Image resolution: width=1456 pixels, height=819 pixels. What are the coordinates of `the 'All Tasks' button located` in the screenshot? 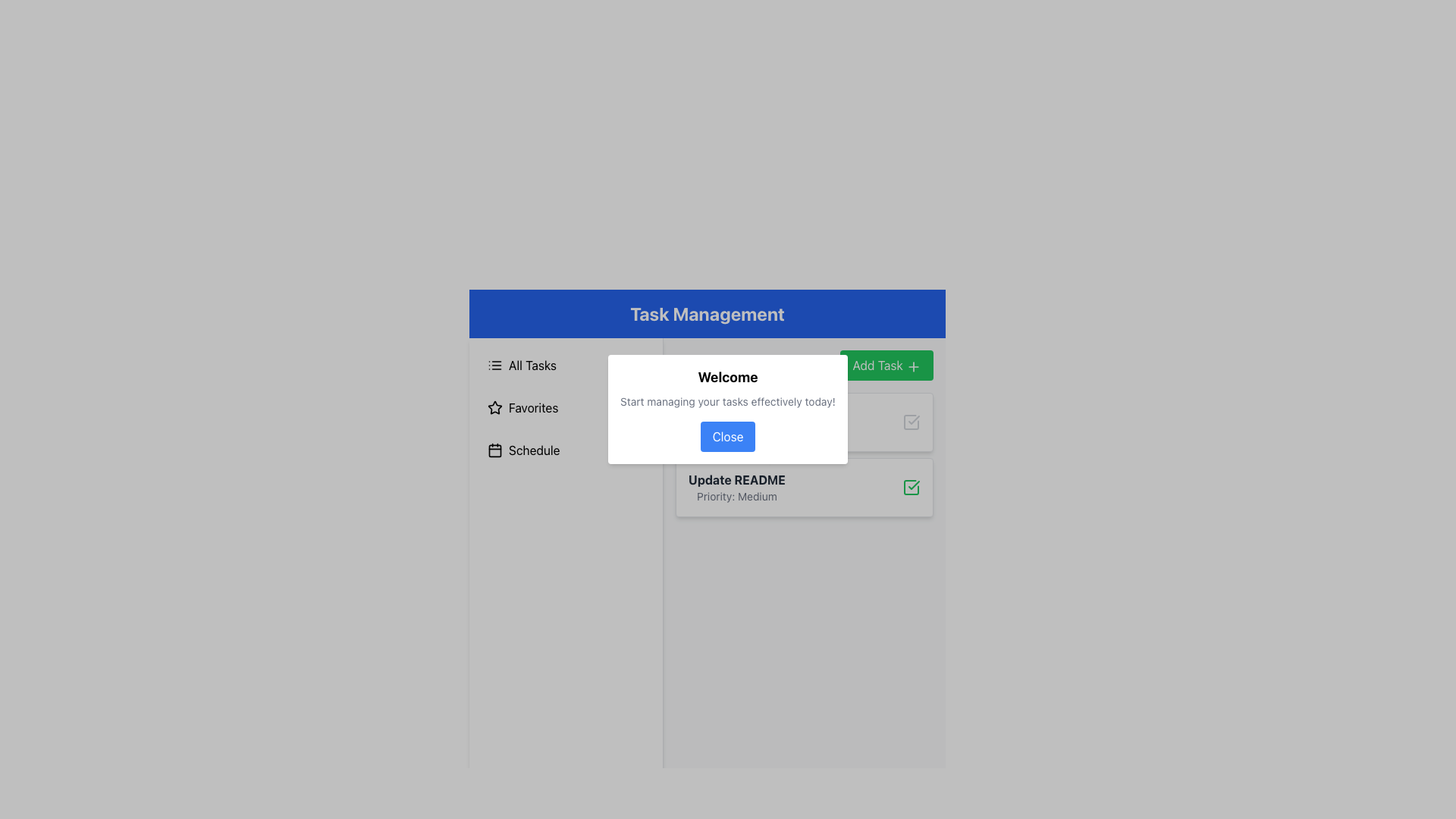 It's located at (521, 366).